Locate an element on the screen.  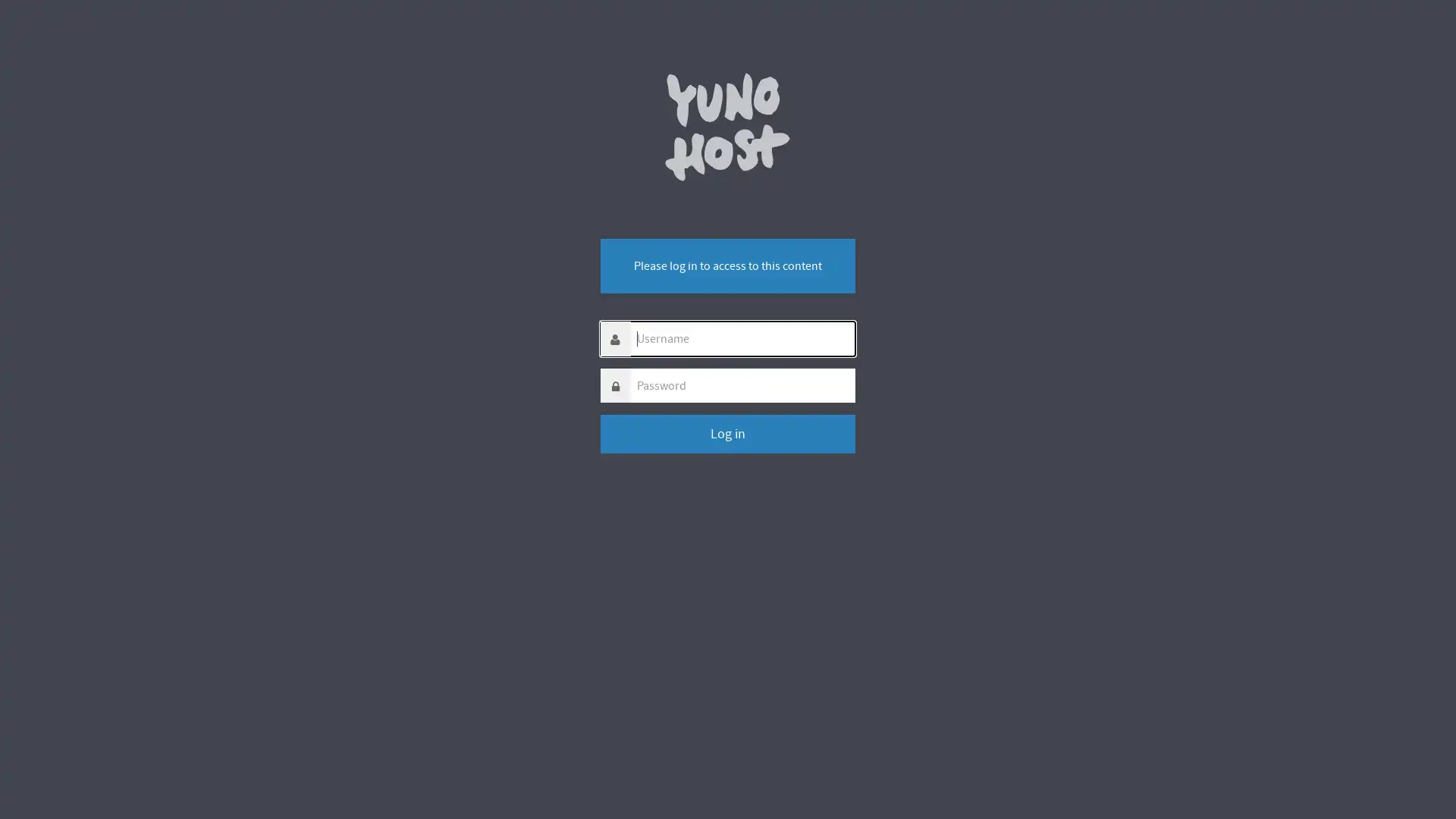
Log in is located at coordinates (726, 434).